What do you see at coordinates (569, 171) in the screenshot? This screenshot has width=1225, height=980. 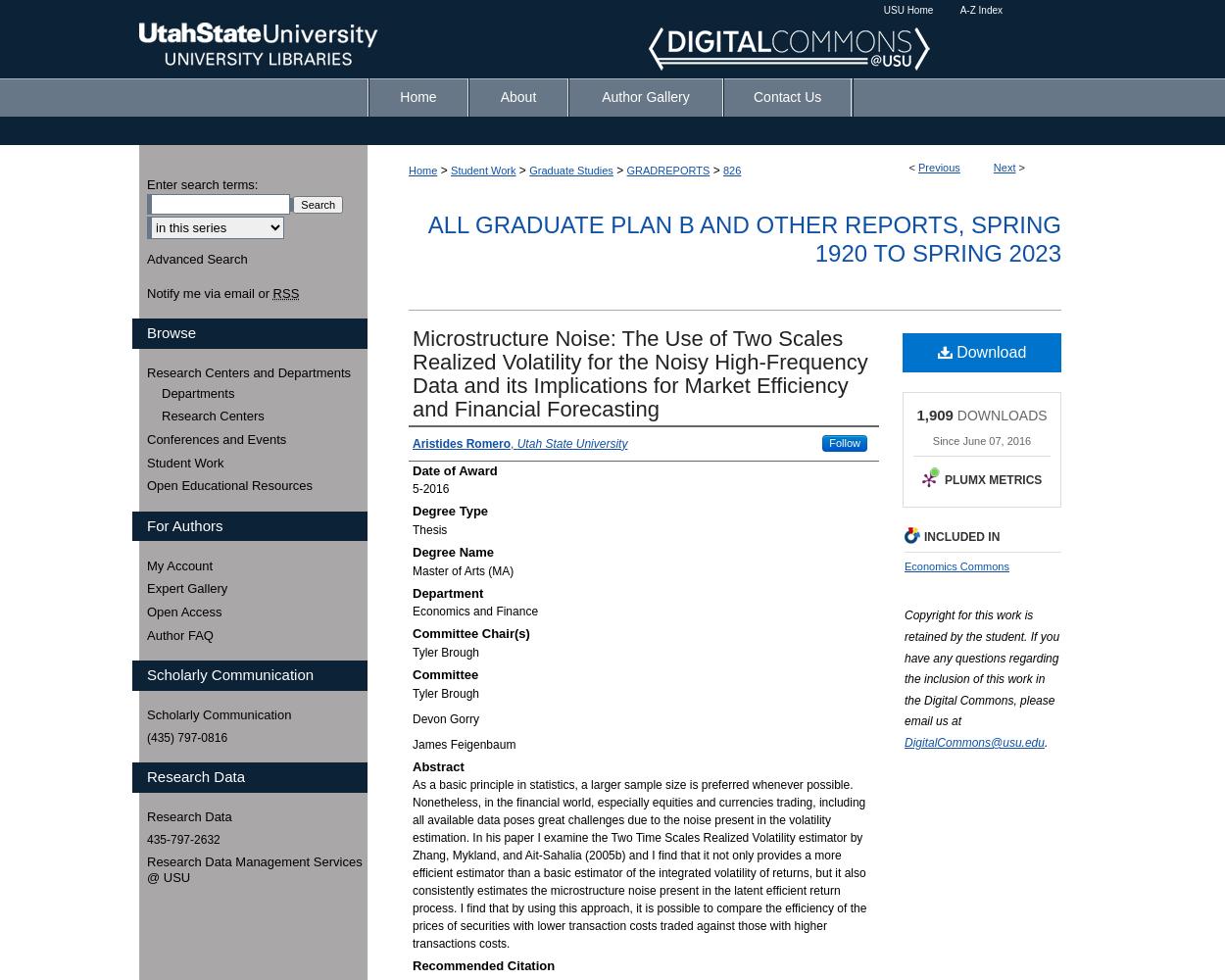 I see `'Graduate Studies'` at bounding box center [569, 171].